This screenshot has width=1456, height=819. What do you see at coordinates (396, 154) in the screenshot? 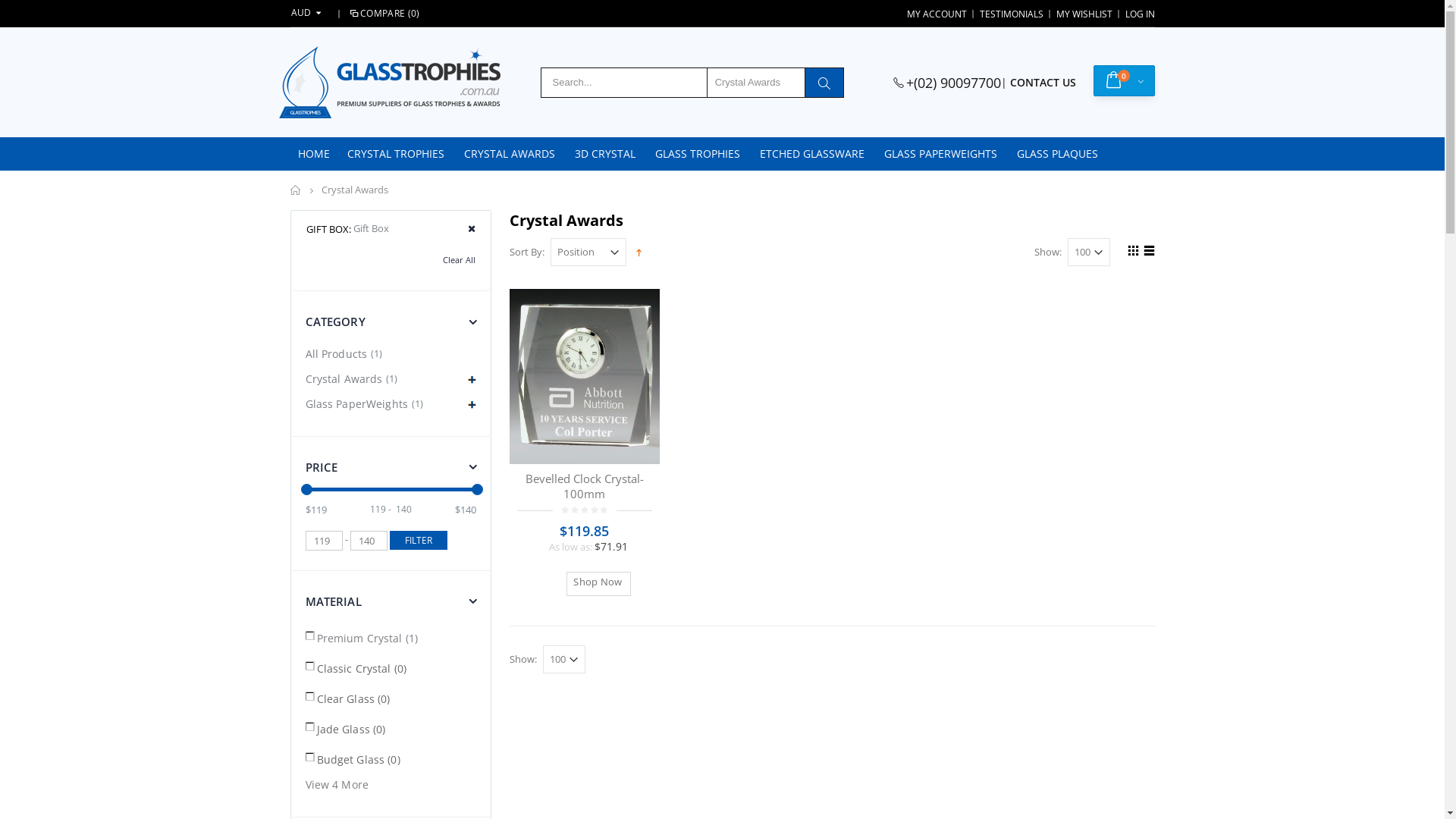
I see `'CRYSTAL TROPHIES'` at bounding box center [396, 154].